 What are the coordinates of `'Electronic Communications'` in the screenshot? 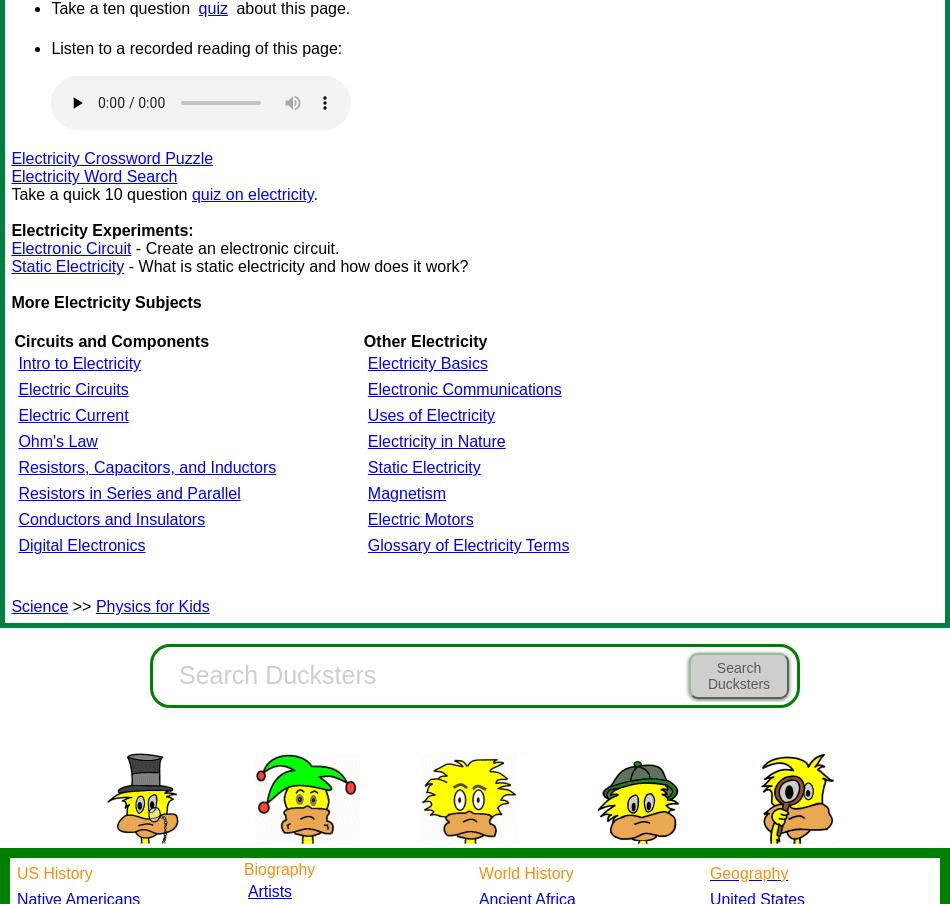 It's located at (365, 388).